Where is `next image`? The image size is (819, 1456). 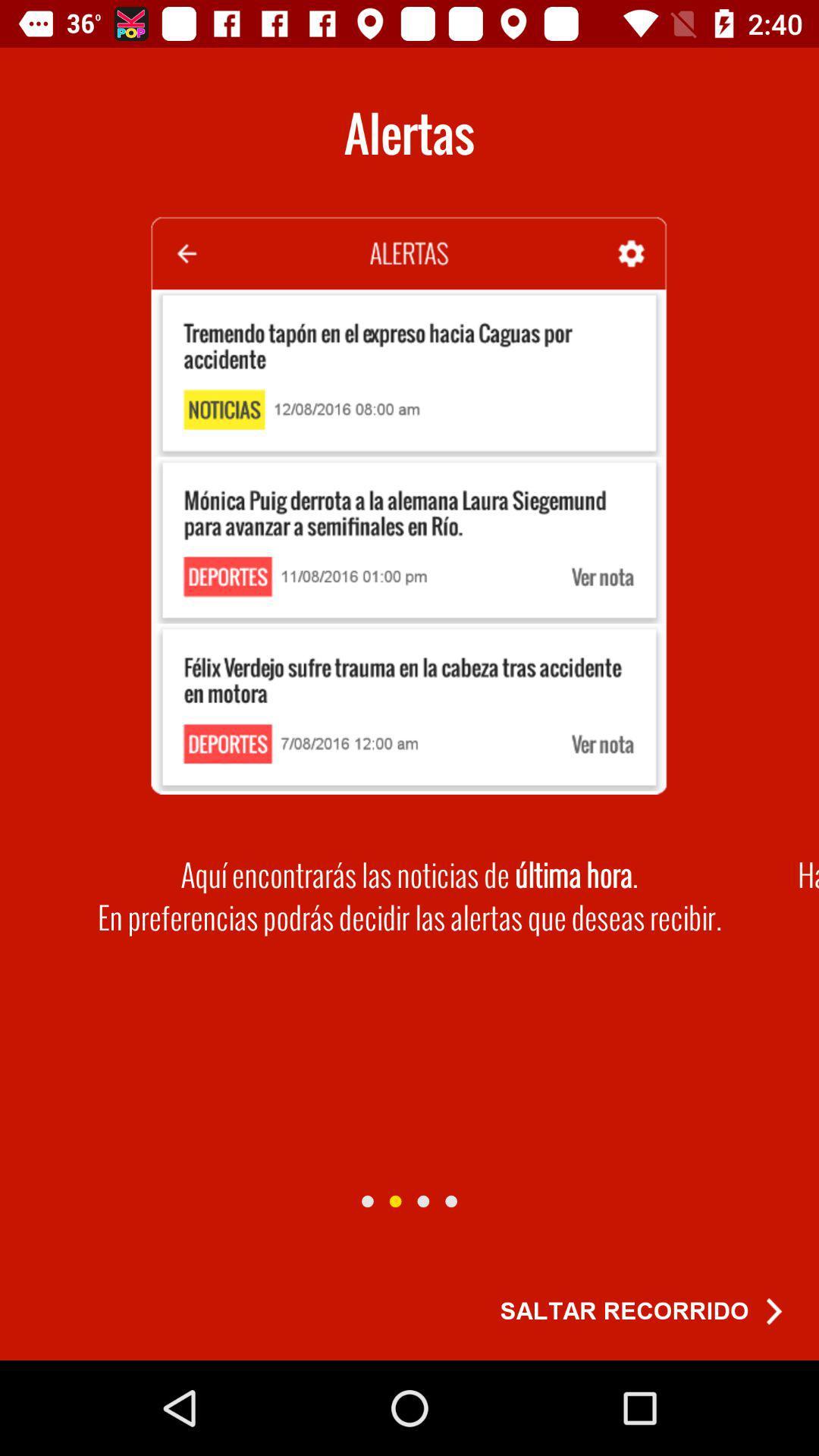
next image is located at coordinates (367, 1200).